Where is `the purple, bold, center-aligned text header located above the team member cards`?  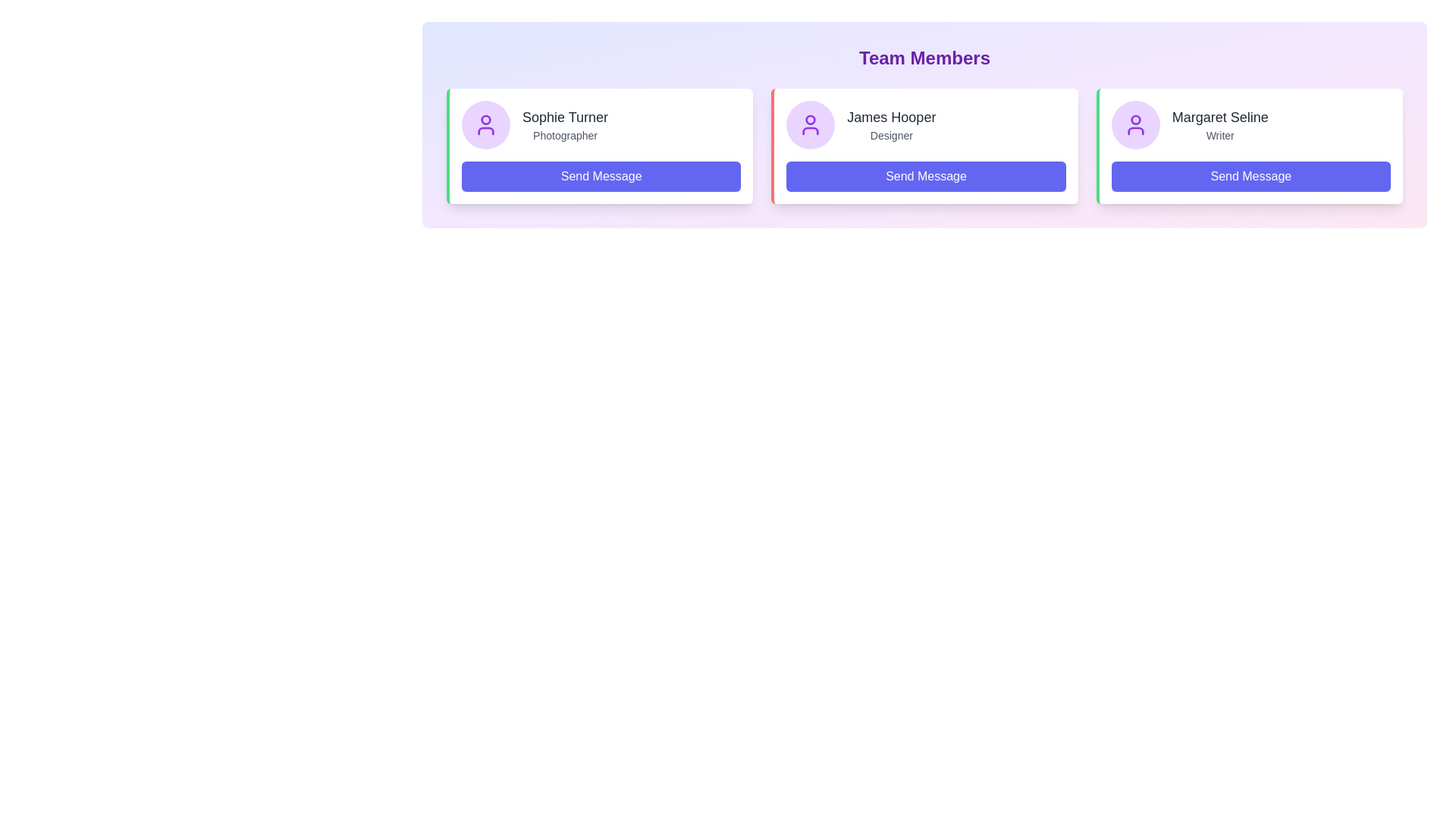 the purple, bold, center-aligned text header located above the team member cards is located at coordinates (924, 58).